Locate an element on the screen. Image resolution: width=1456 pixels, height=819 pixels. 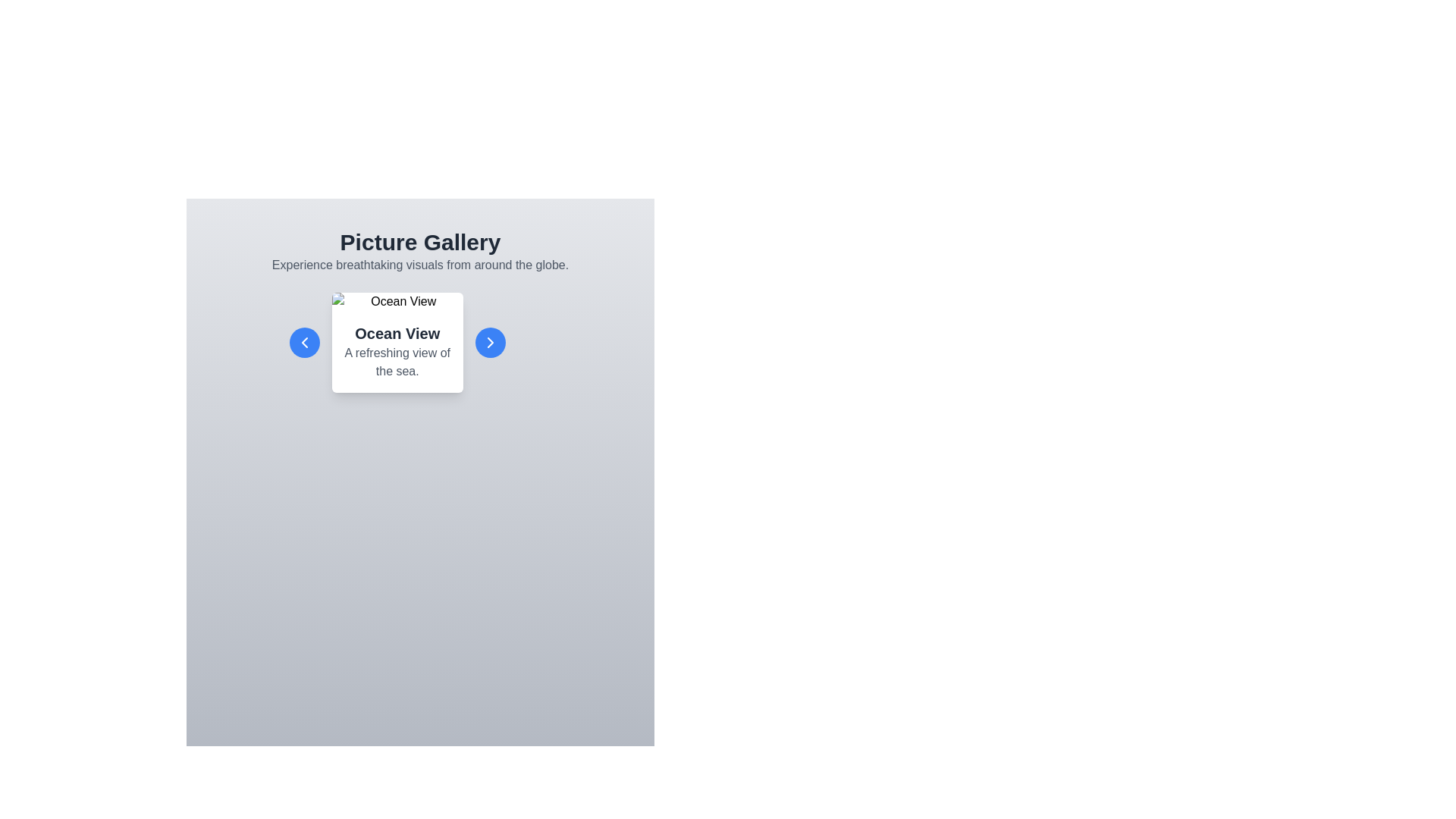
the informational panel displaying details about the 'Ocean View' visual, which is centered between the left-chevron and right-chevron buttons in the Picture Gallery is located at coordinates (420, 342).